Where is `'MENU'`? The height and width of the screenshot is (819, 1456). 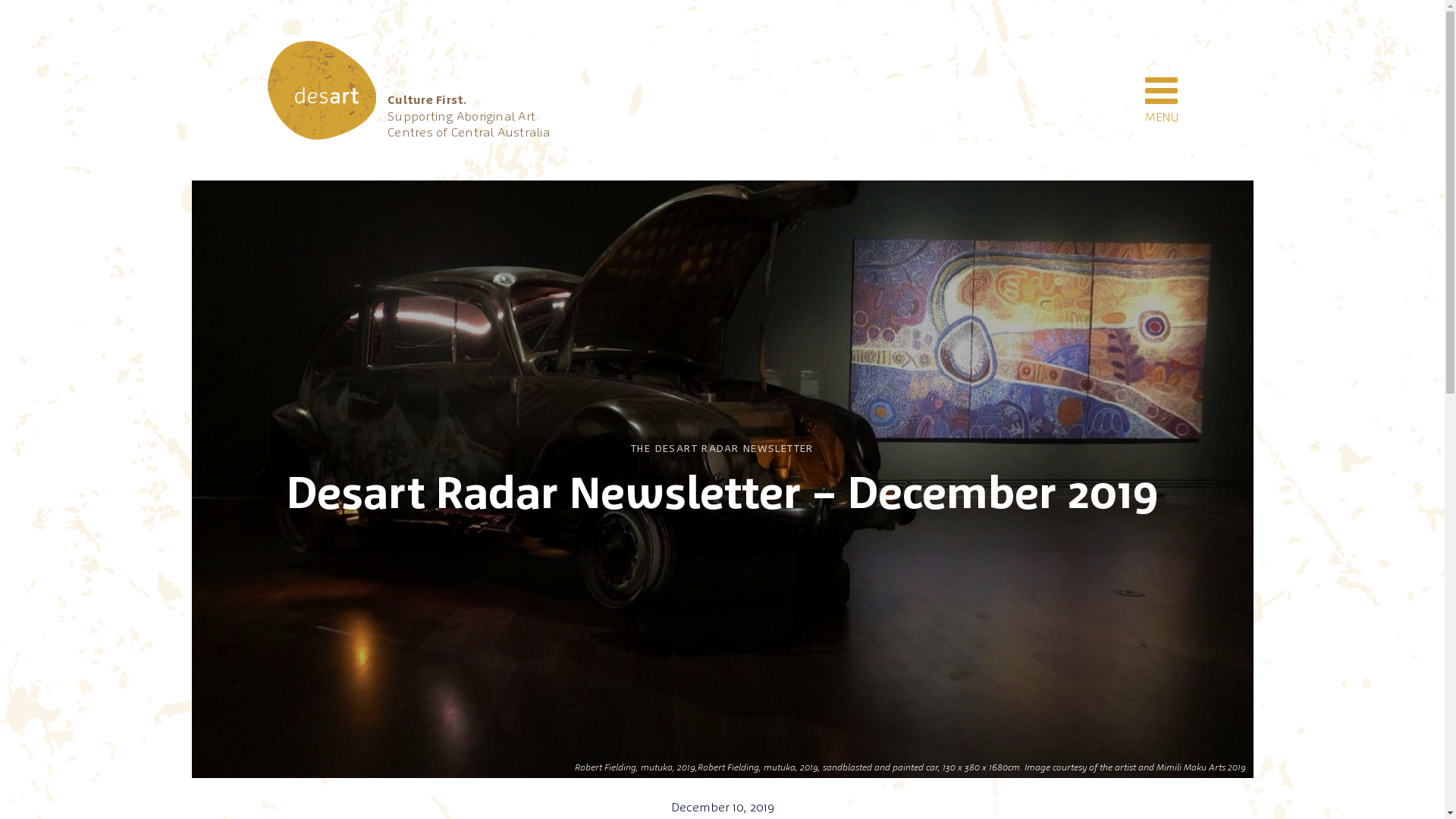 'MENU' is located at coordinates (1160, 90).